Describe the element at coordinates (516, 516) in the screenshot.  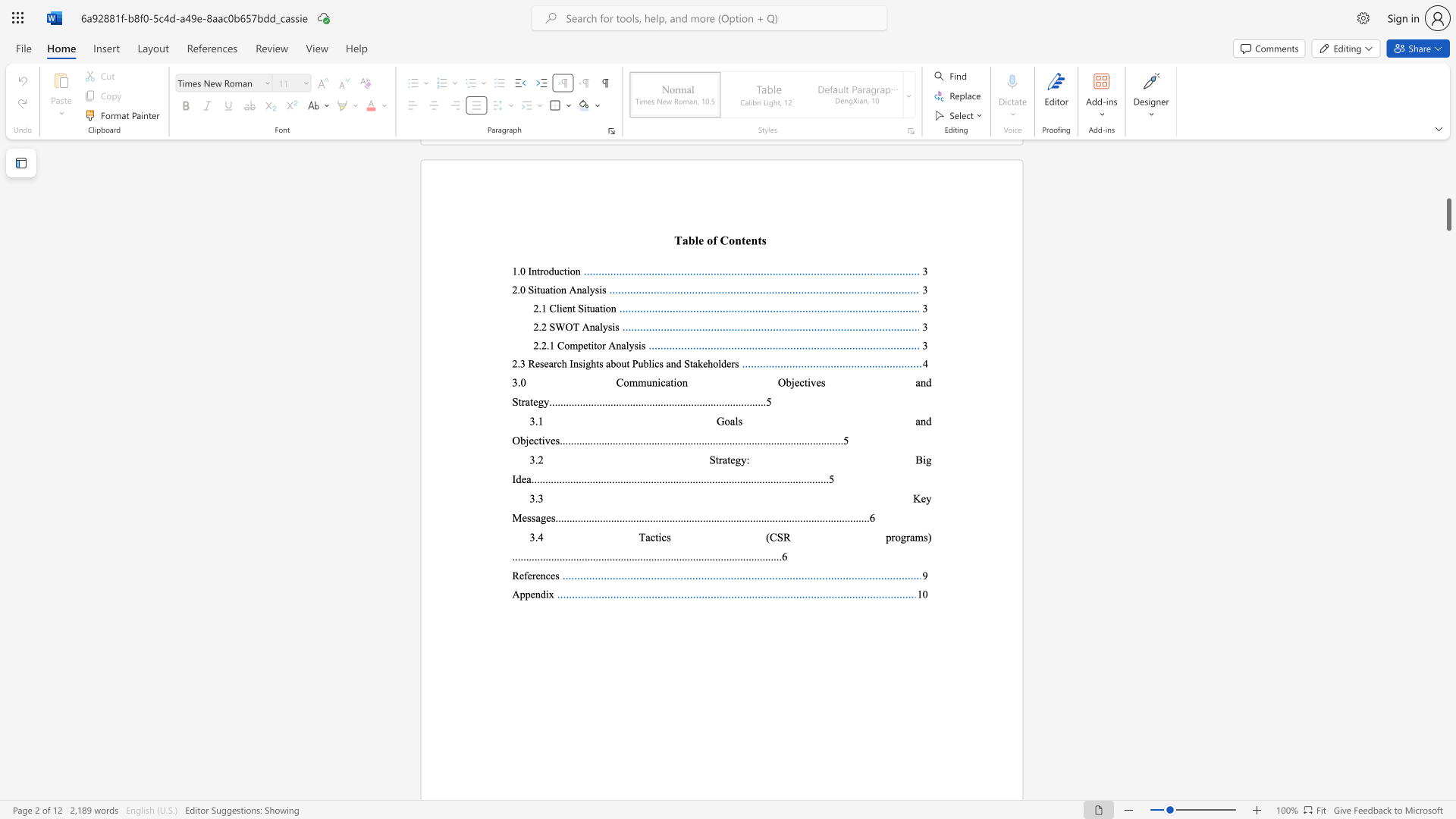
I see `the 1th character "M" in the text` at that location.